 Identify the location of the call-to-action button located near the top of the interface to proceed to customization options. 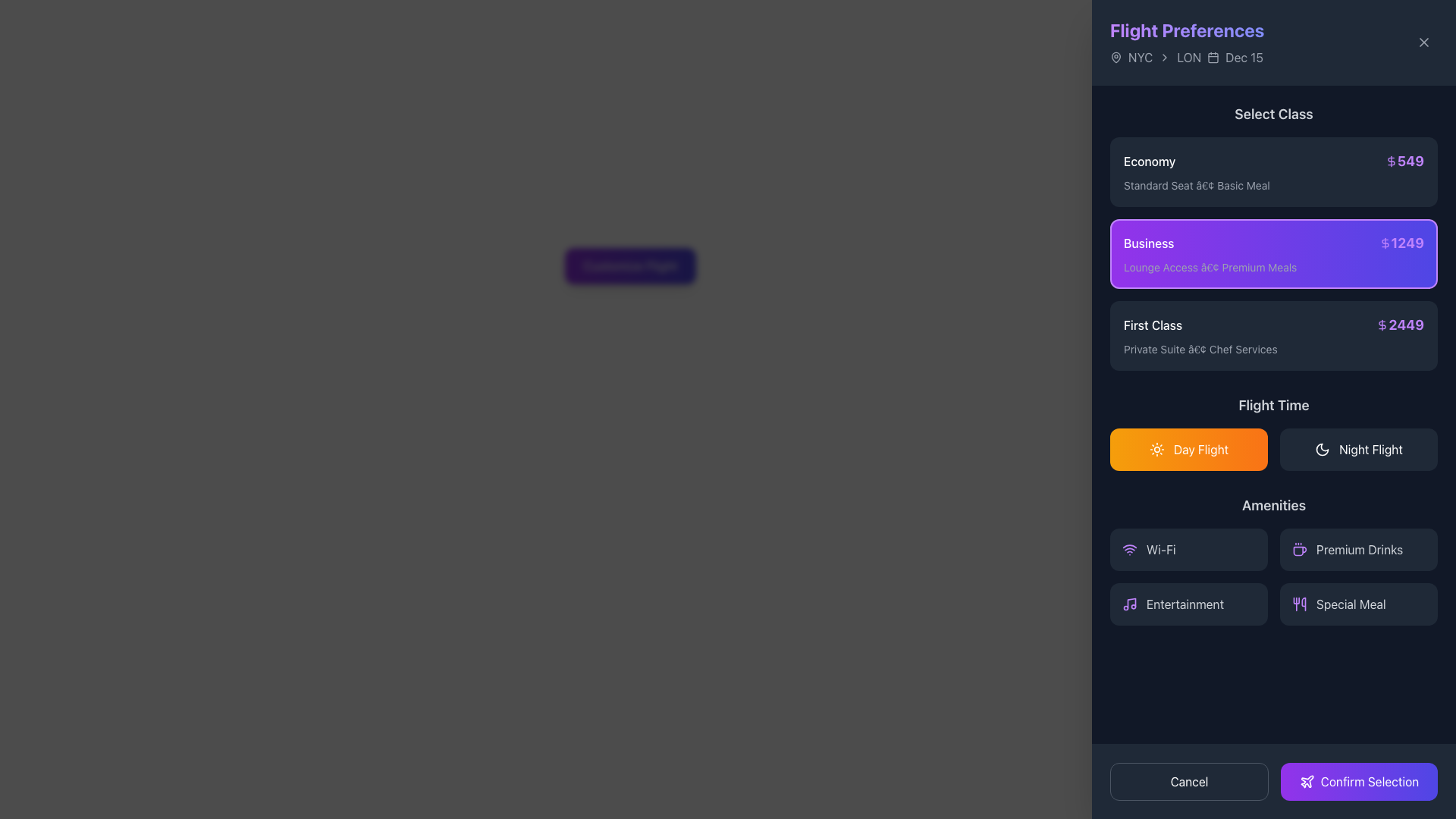
(630, 265).